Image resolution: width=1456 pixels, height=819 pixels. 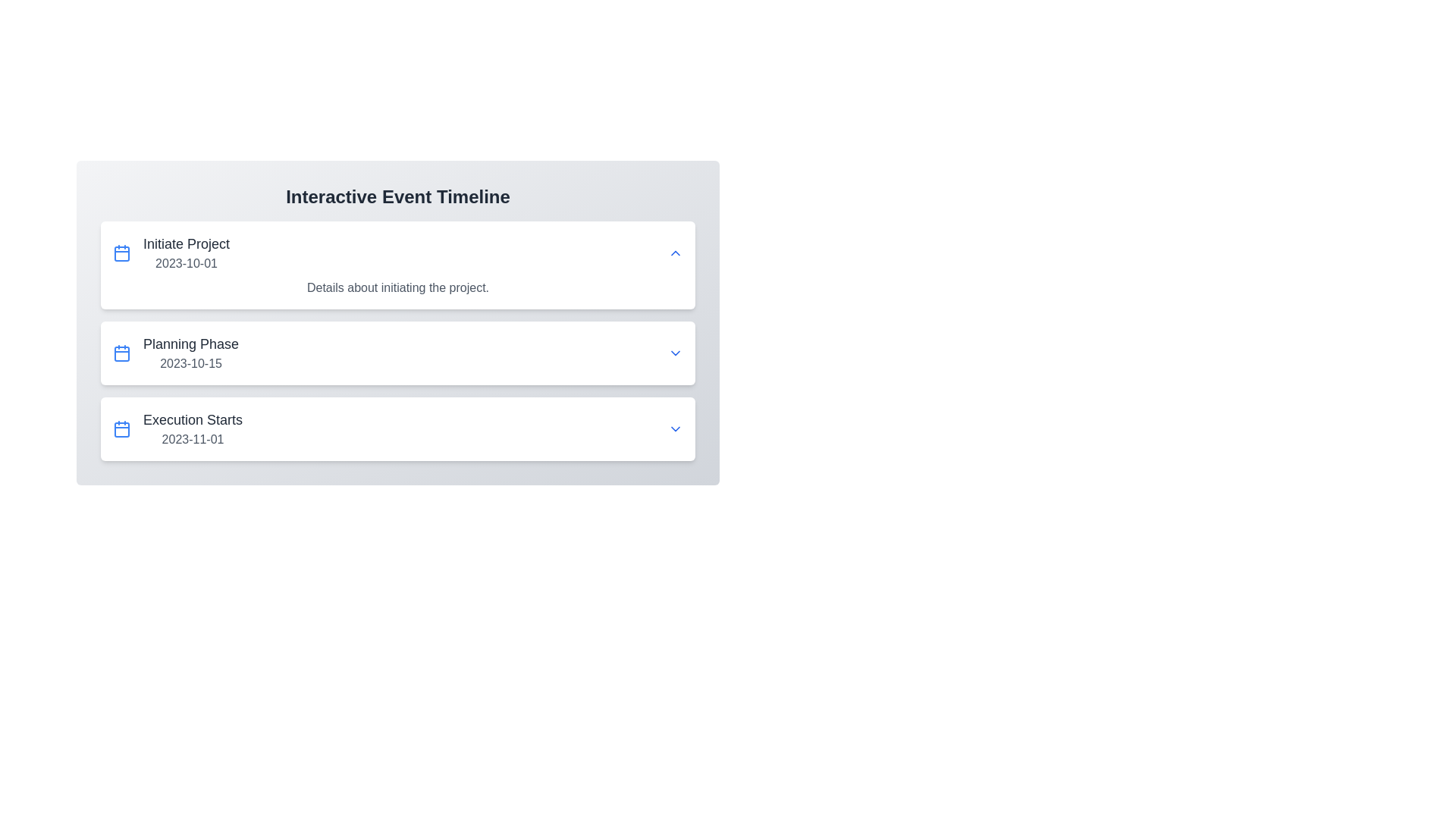 I want to click on information from the Timeline entry titled 'Execution Starts' with the date '2023-11-01', which is the third element in the stack beneath 'Planning Phase', so click(x=192, y=429).